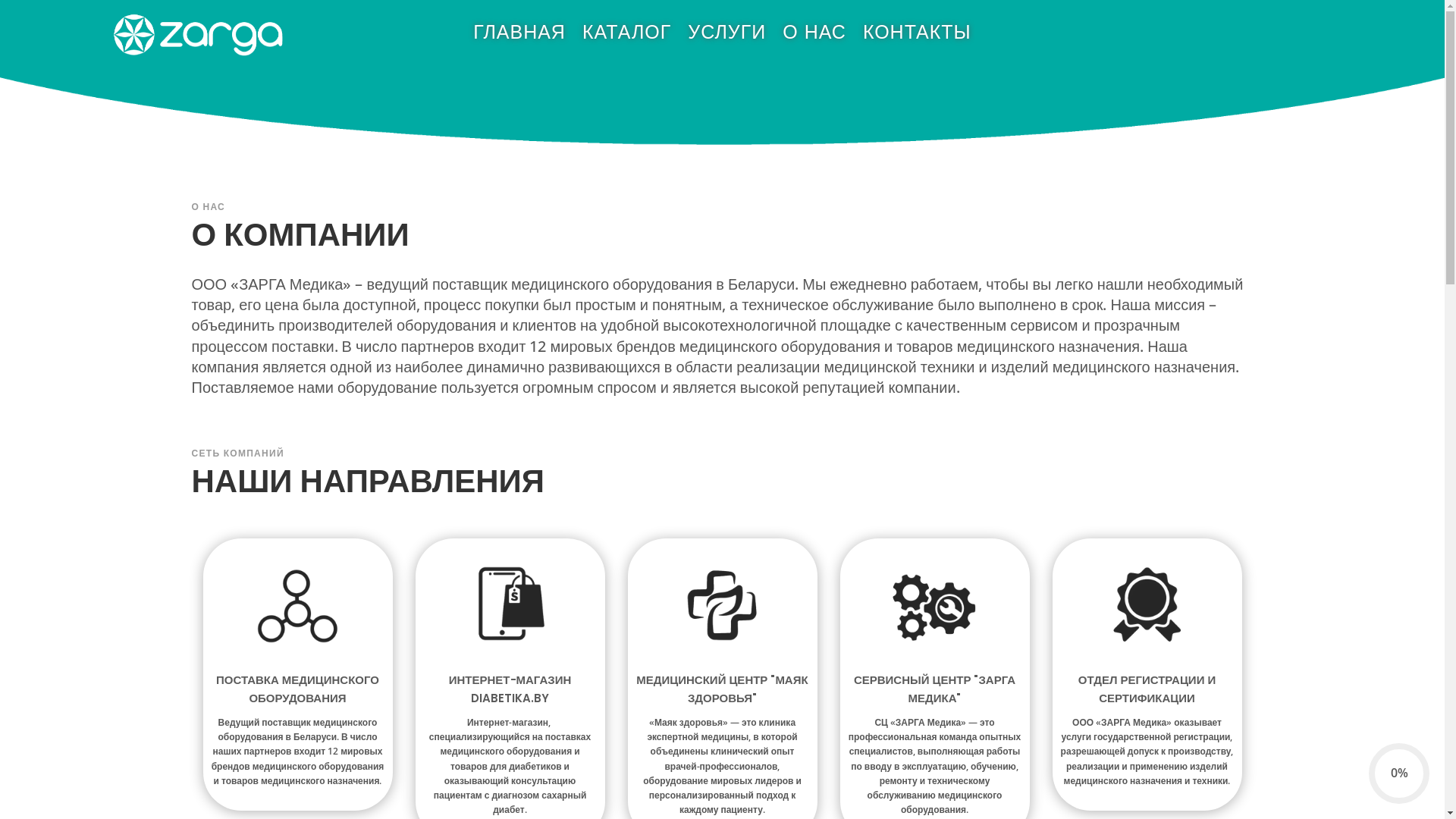  I want to click on 'Zarga Logo White', so click(196, 34).